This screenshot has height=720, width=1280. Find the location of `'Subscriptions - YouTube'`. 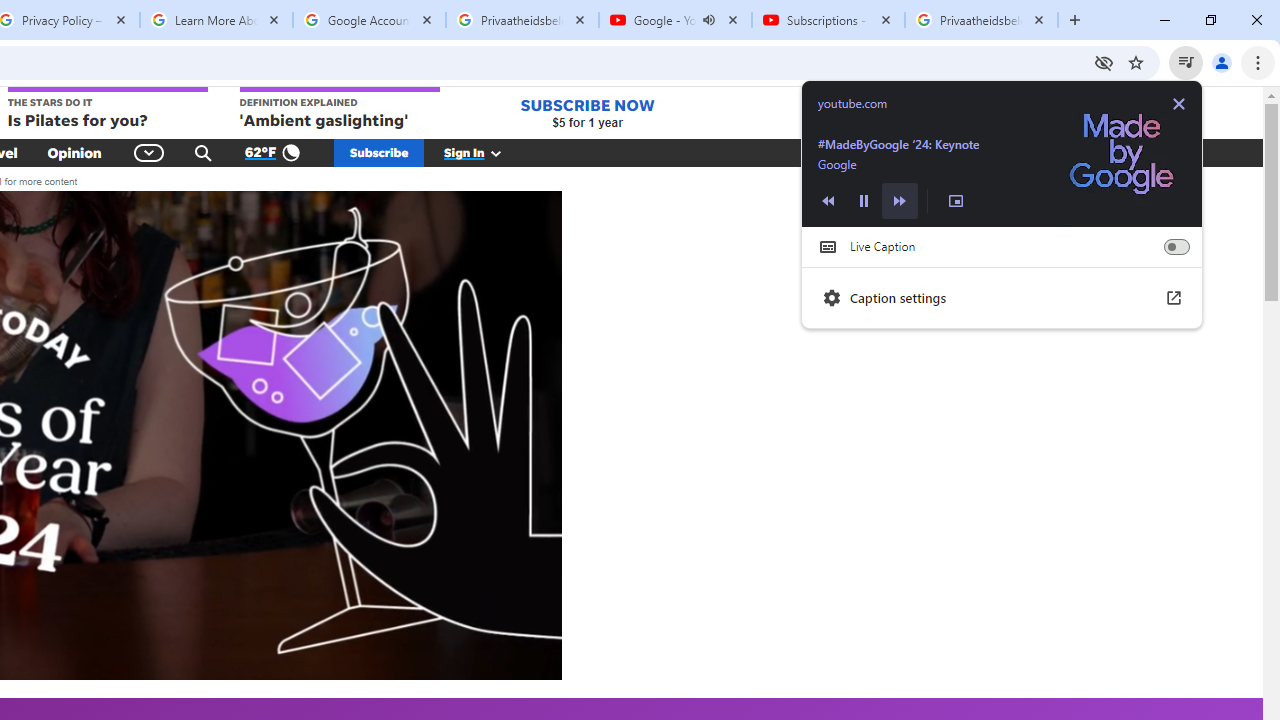

'Subscriptions - YouTube' is located at coordinates (828, 20).